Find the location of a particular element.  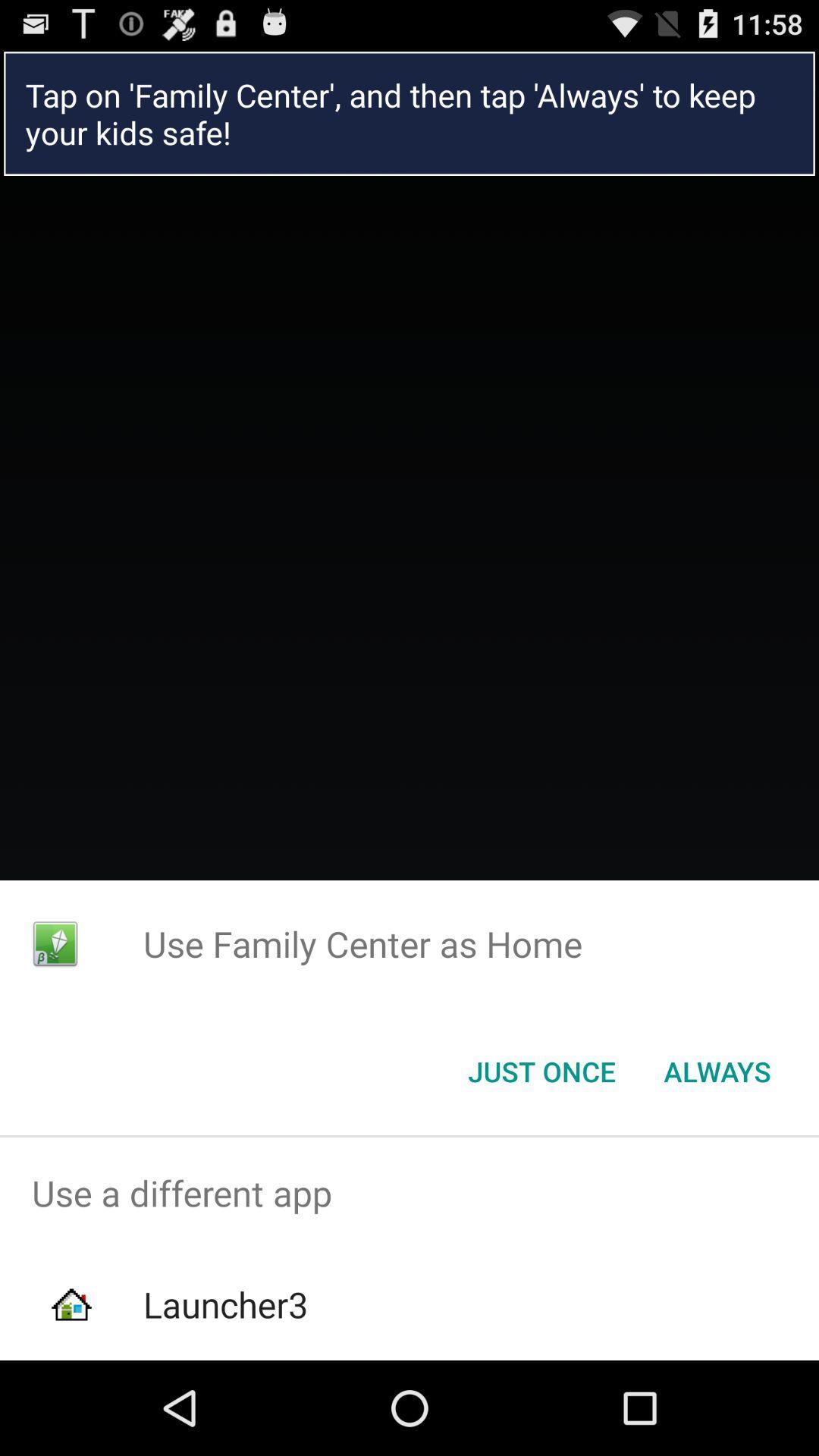

the icon next to always is located at coordinates (541, 1070).